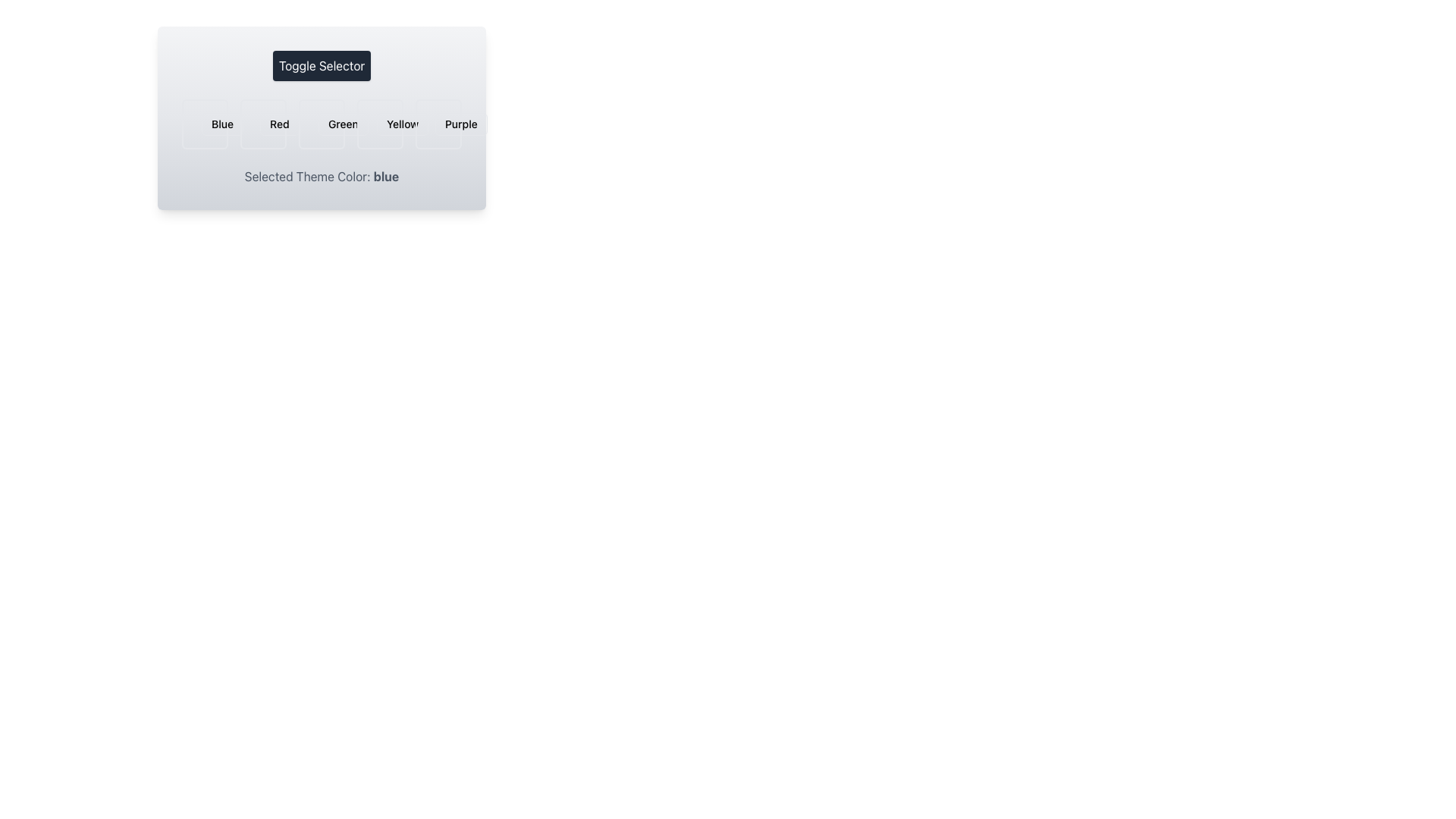 This screenshot has width=1456, height=819. I want to click on the 'Blue' button in the color selection interface, so click(221, 124).